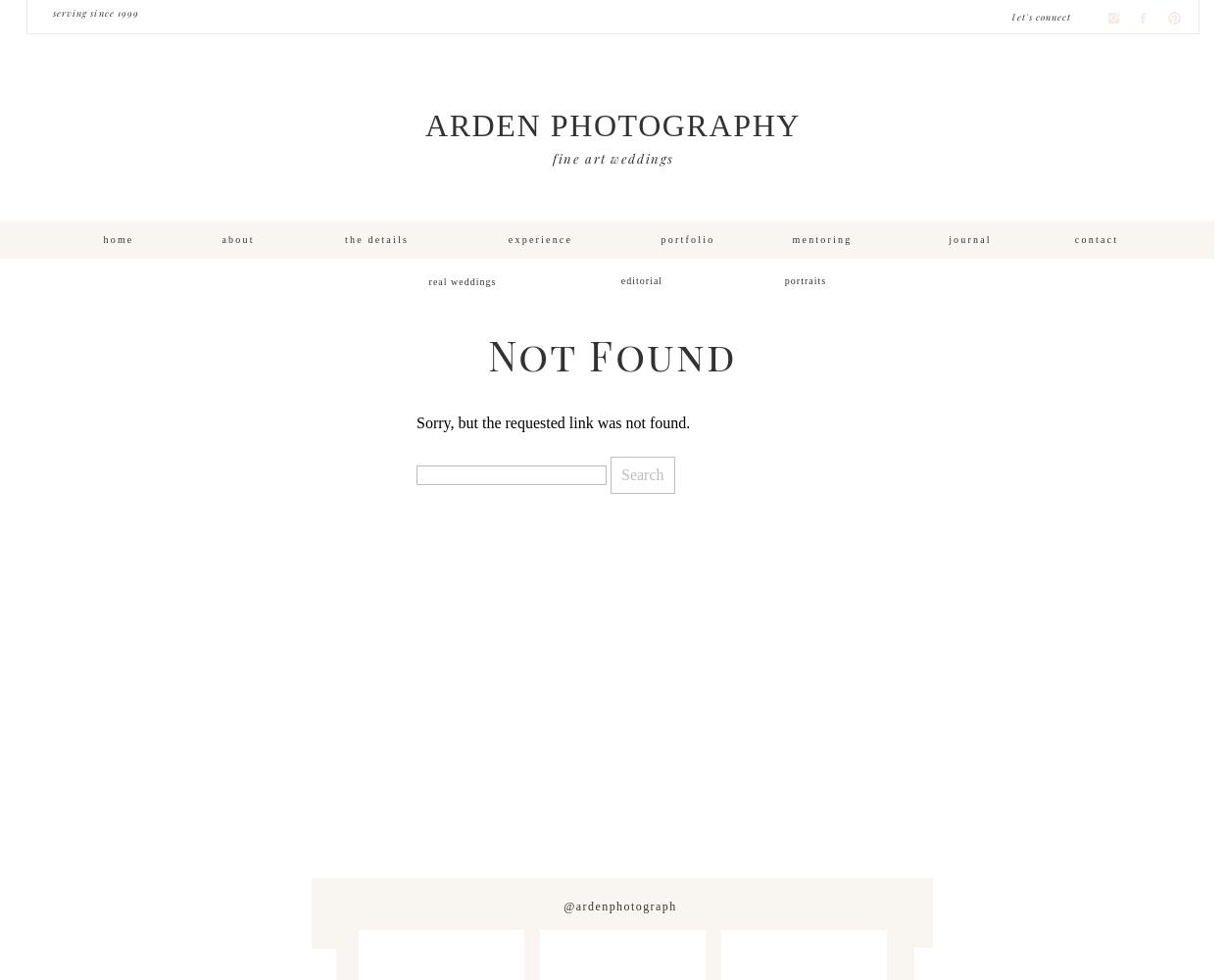 This screenshot has height=980, width=1225. What do you see at coordinates (784, 280) in the screenshot?
I see `'portraits'` at bounding box center [784, 280].